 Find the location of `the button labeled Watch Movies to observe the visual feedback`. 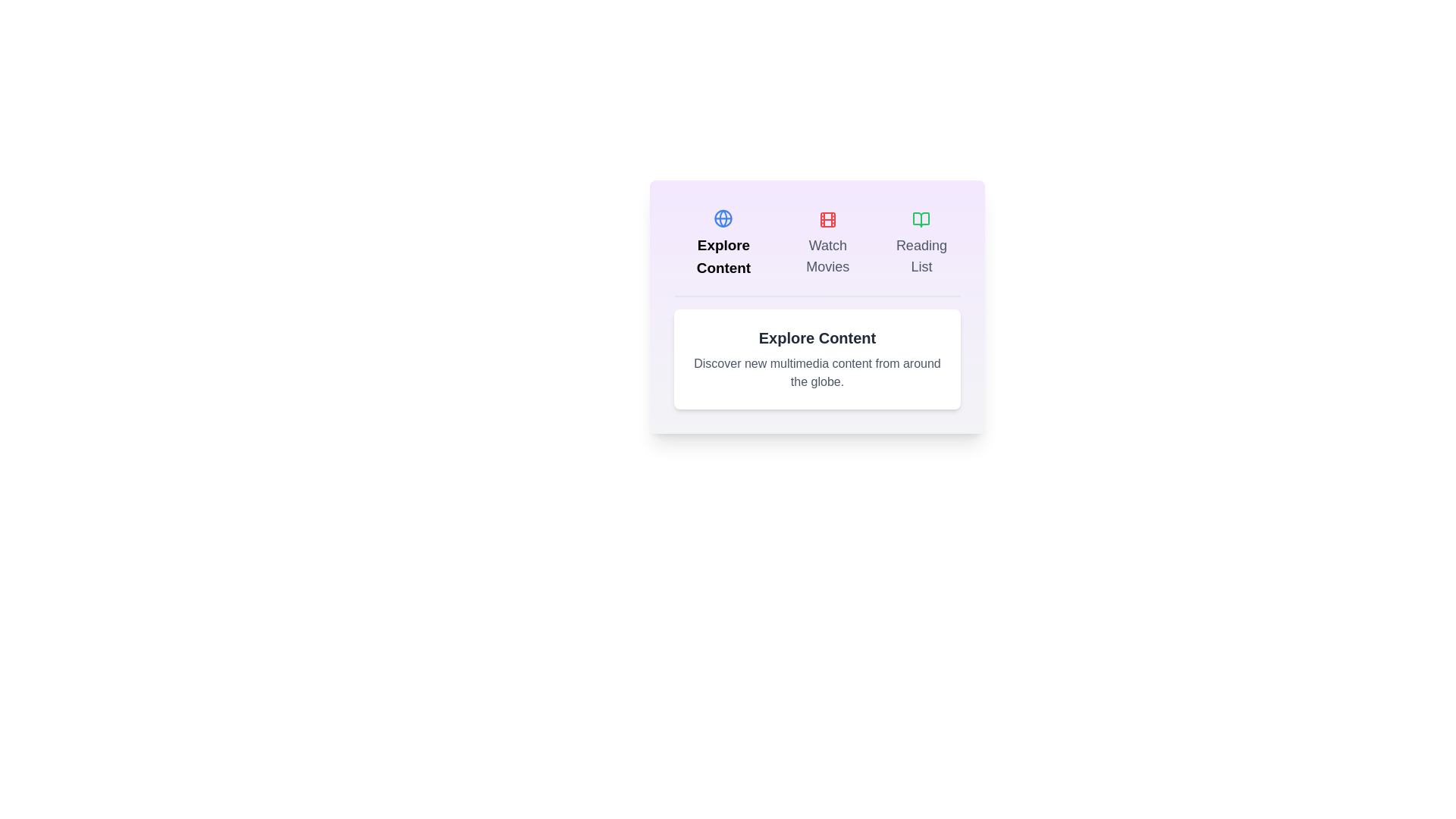

the button labeled Watch Movies to observe the visual feedback is located at coordinates (826, 243).